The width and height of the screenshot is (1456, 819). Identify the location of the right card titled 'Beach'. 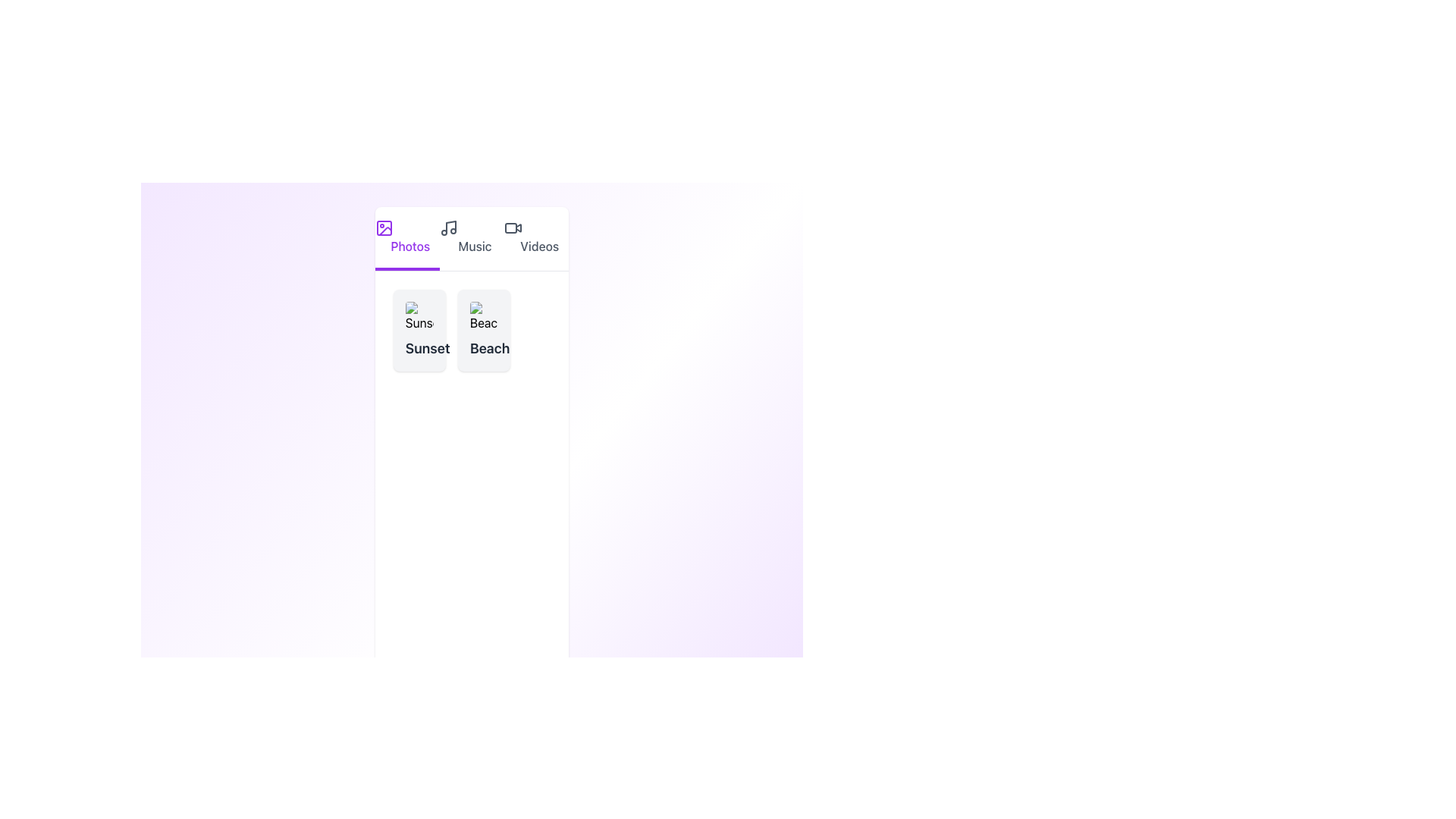
(471, 329).